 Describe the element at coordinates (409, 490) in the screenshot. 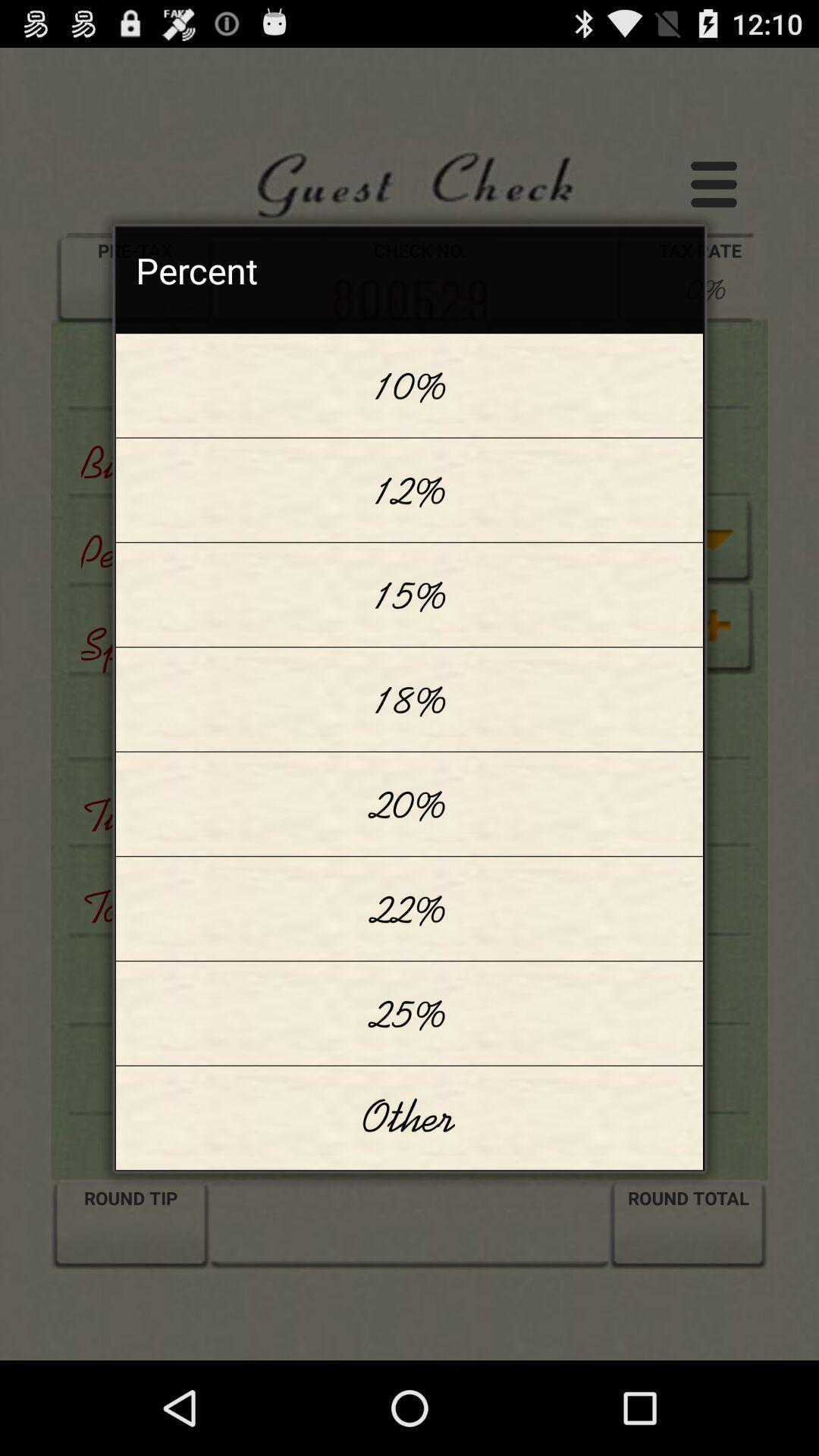

I see `the item below 10% icon` at that location.